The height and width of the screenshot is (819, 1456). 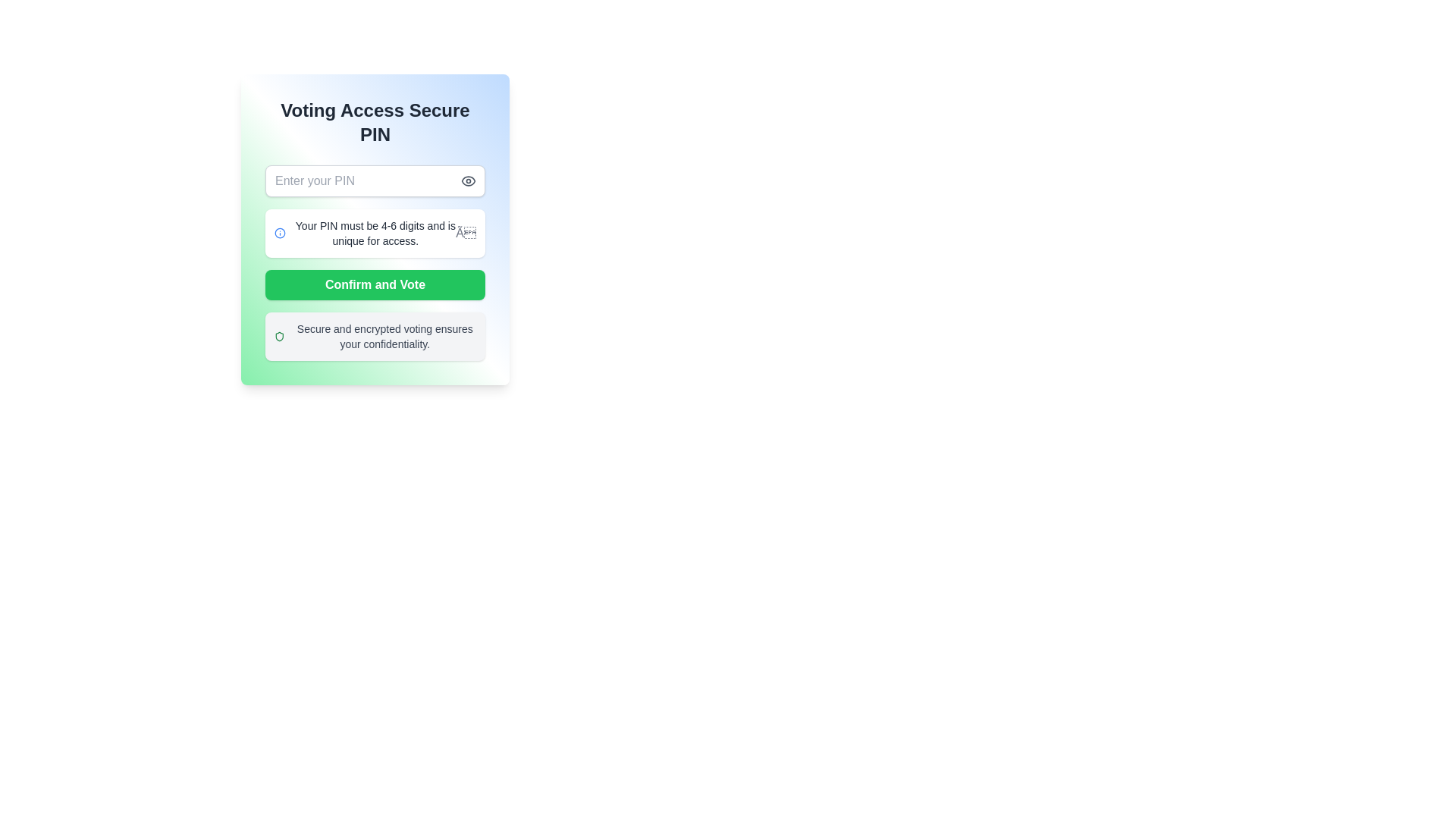 What do you see at coordinates (375, 335) in the screenshot?
I see `the informational text element that provides context about the security aspects of the voting process, located below the 'Confirm and Vote' button` at bounding box center [375, 335].